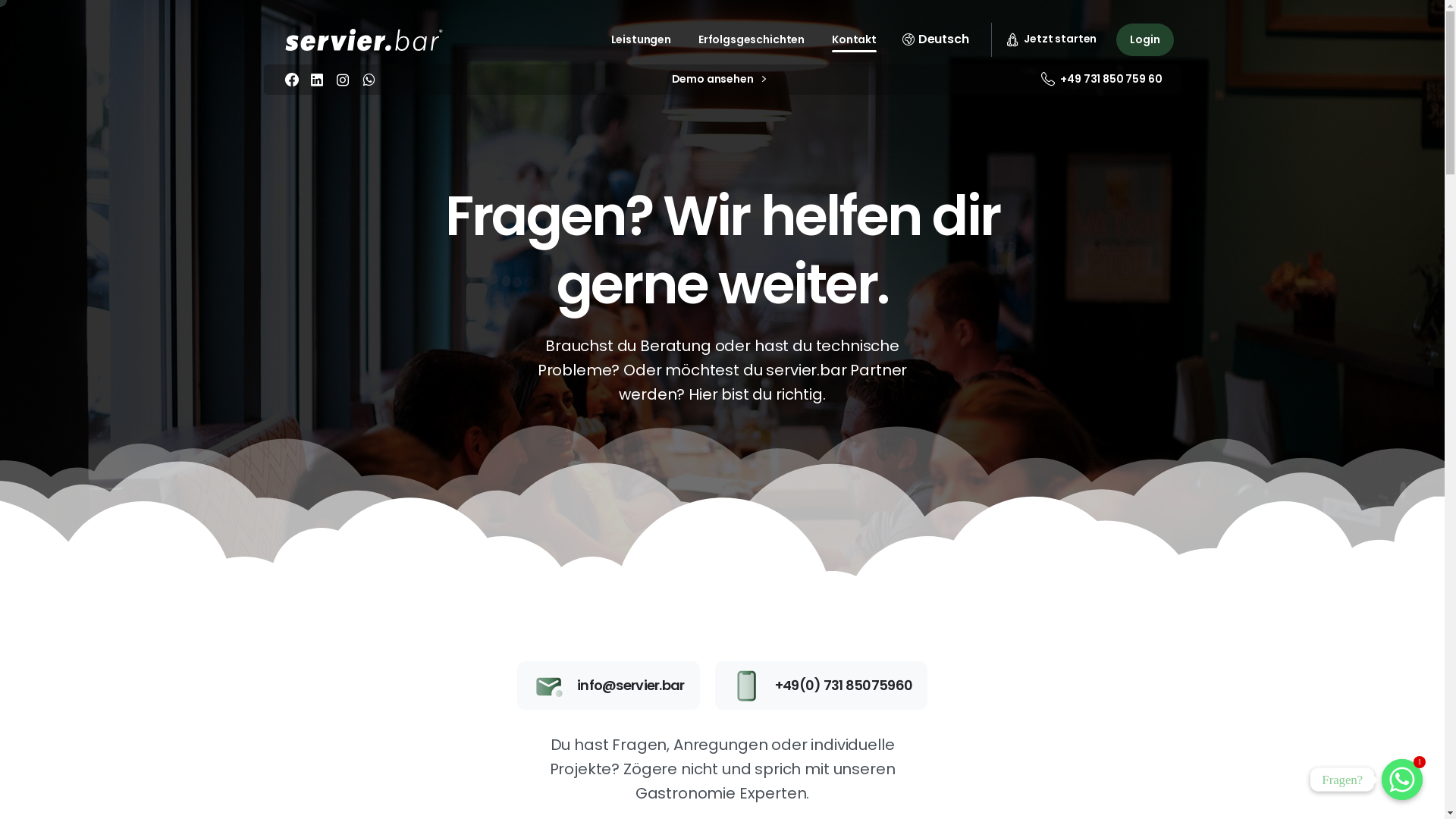  I want to click on '+49(0) 731 85075960', so click(821, 685).